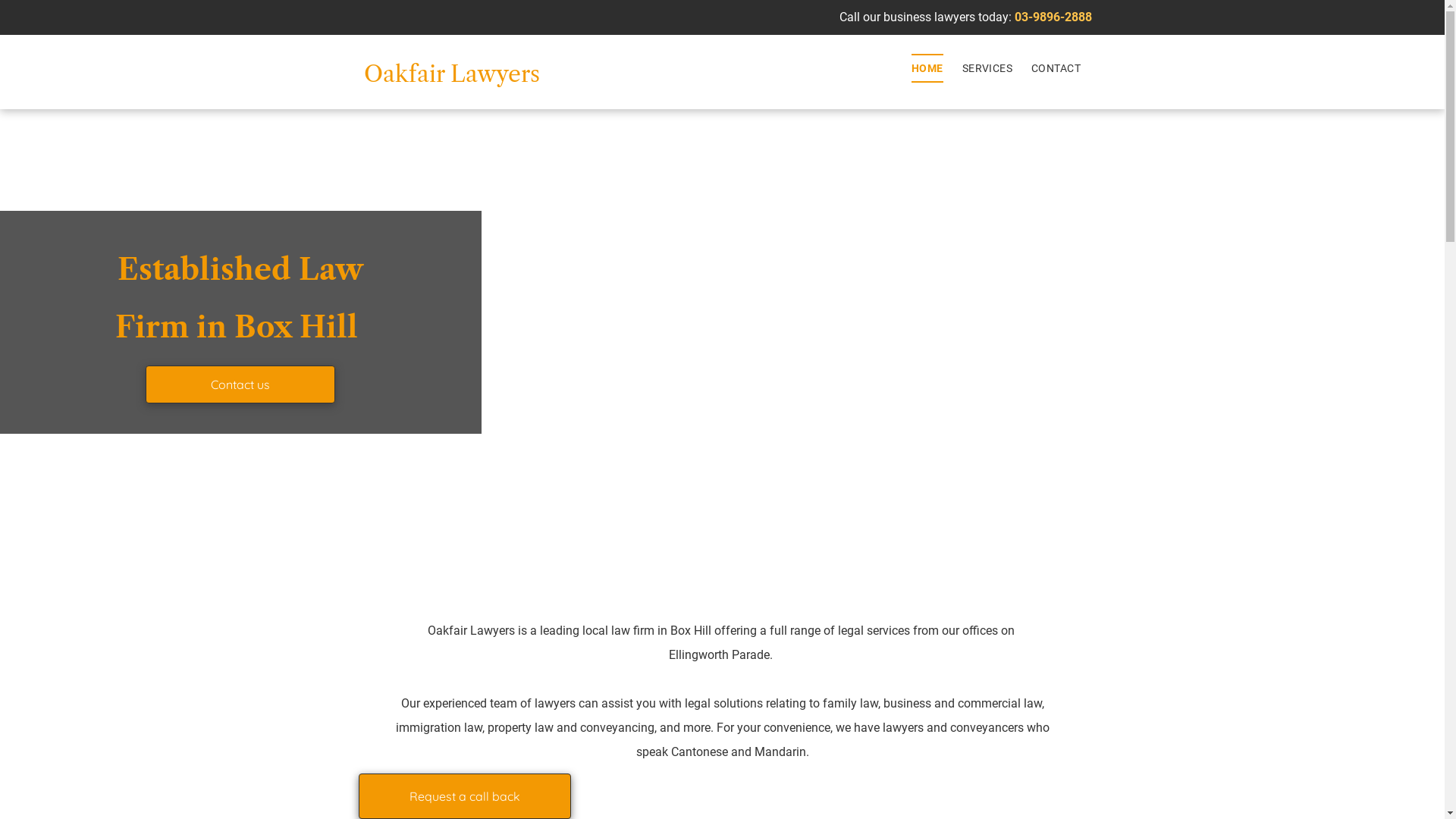  What do you see at coordinates (1052, 17) in the screenshot?
I see `'03-9896-2888'` at bounding box center [1052, 17].